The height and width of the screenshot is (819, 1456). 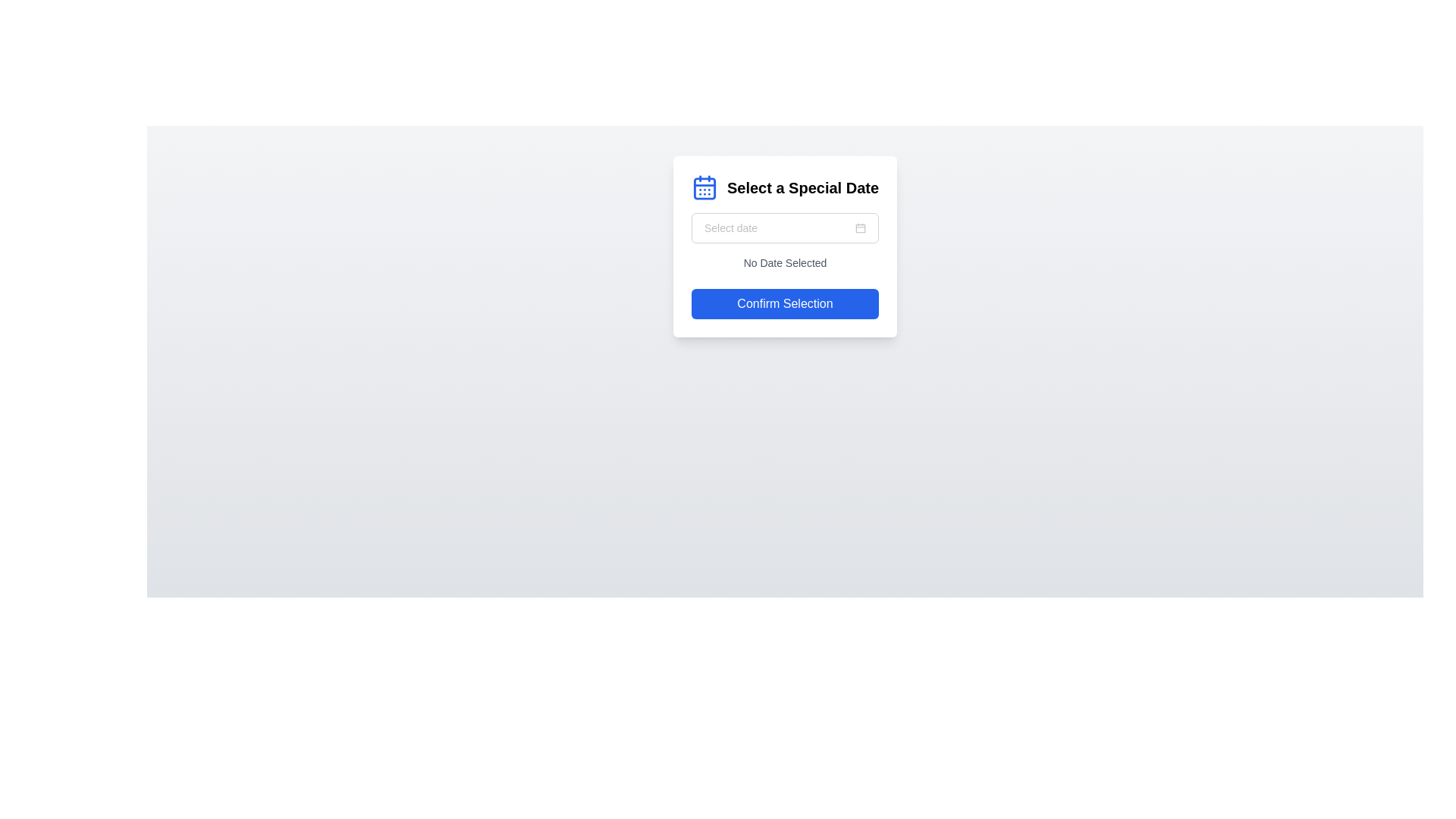 I want to click on the bold, large-sized text element that reads 'Select a Special Date', which is positioned to the right of the calendar icon, so click(x=802, y=187).